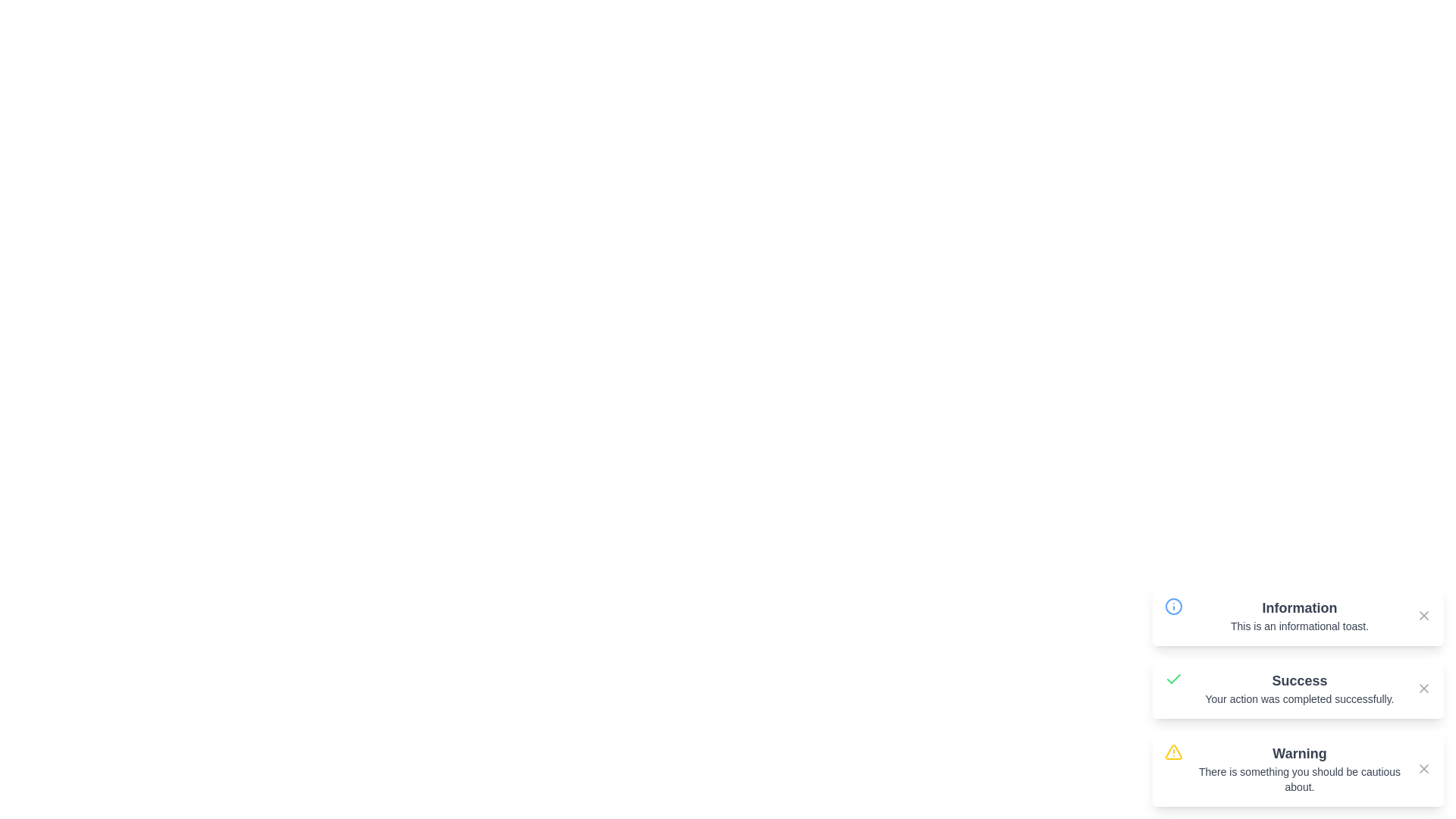 The width and height of the screenshot is (1456, 819). I want to click on the close button located at the top-right corner of the 'Warning' notification card to slightly change its color, so click(1423, 769).